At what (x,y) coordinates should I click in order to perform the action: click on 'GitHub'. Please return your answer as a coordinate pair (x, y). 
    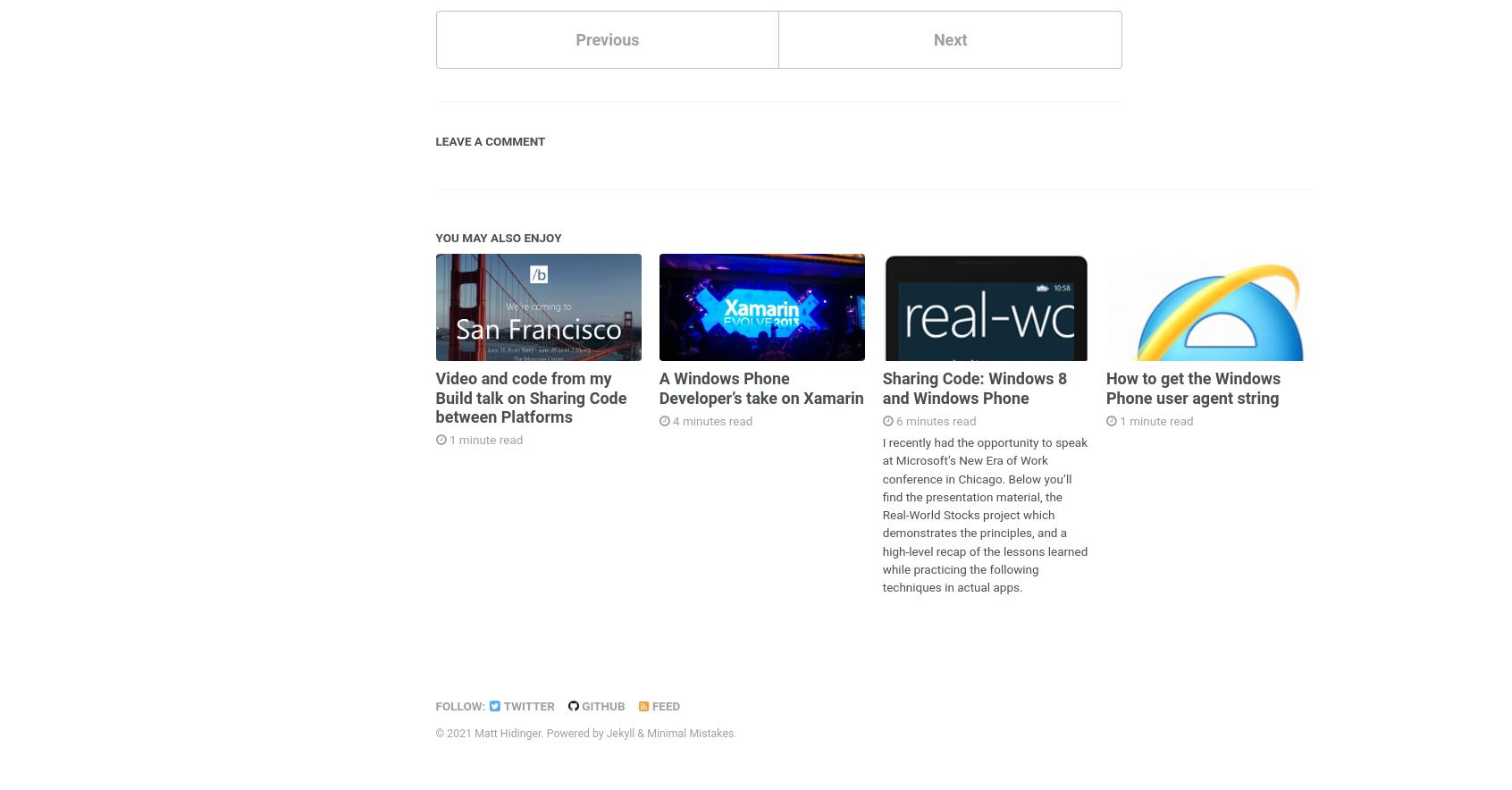
    Looking at the image, I should click on (578, 703).